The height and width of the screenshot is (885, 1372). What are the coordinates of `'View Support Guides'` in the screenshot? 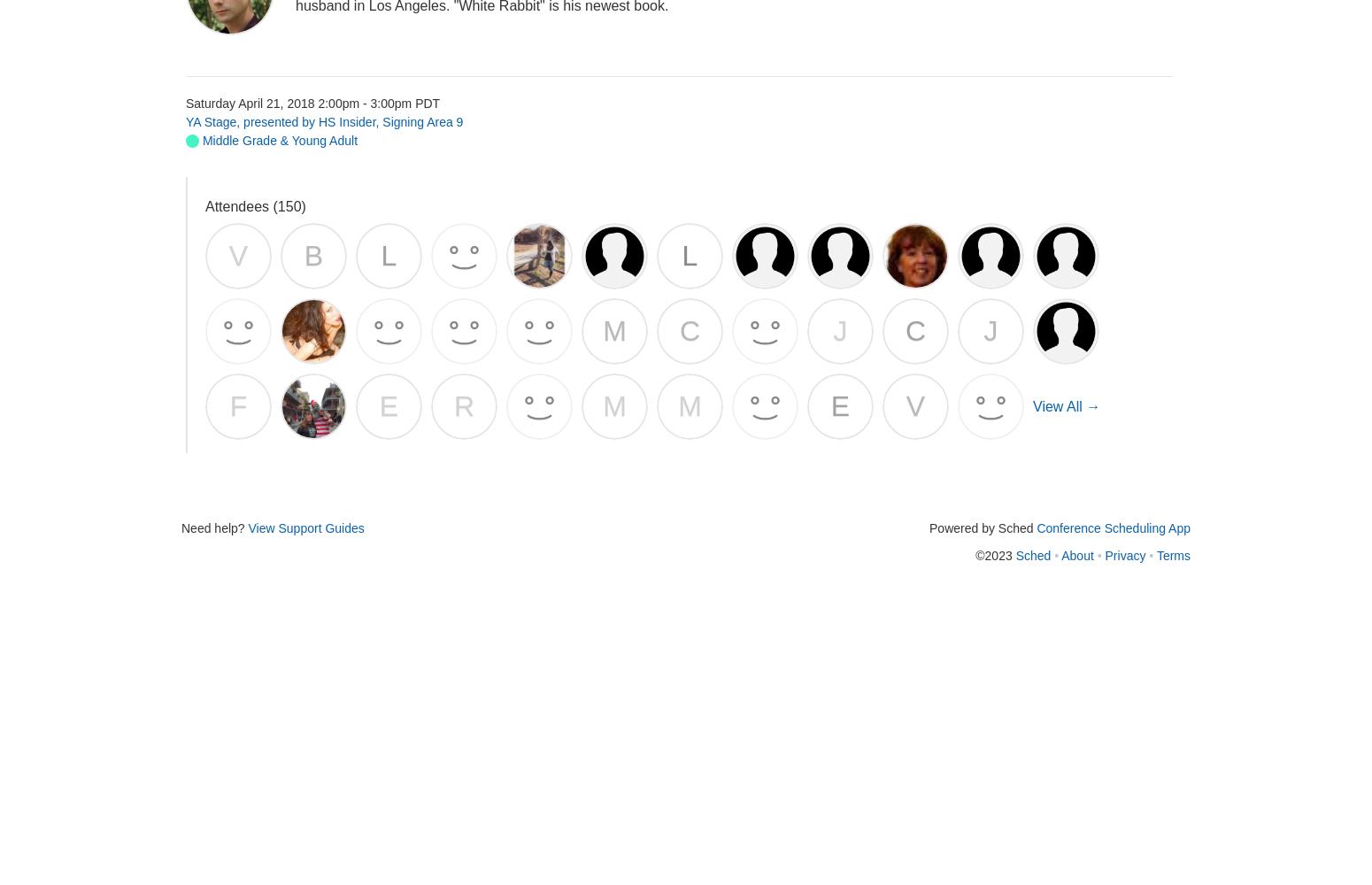 It's located at (304, 527).